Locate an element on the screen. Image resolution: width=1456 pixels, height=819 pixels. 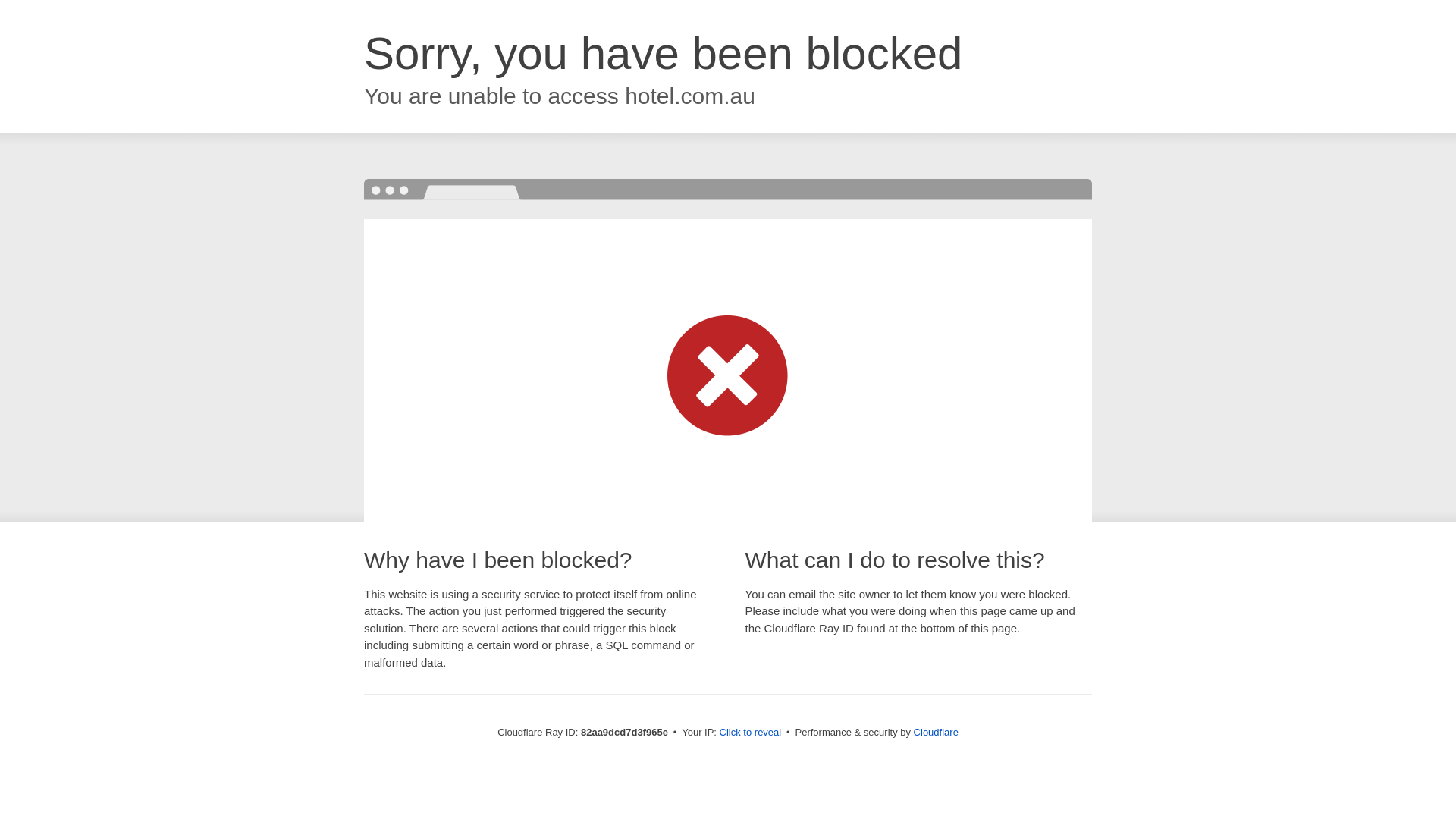
'Cloudflare' is located at coordinates (912, 731).